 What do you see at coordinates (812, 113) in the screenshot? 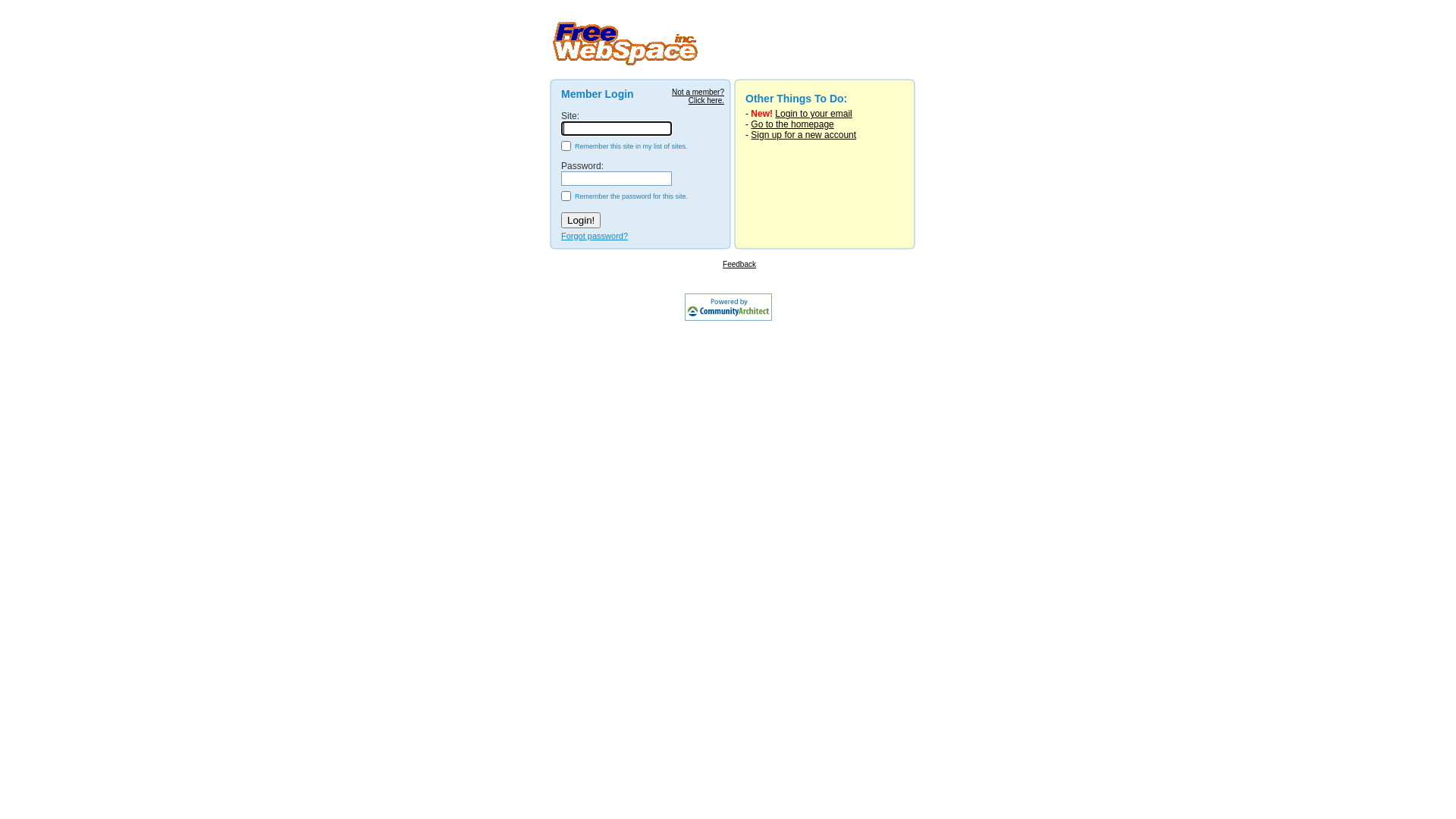
I see `'Login to your email'` at bounding box center [812, 113].